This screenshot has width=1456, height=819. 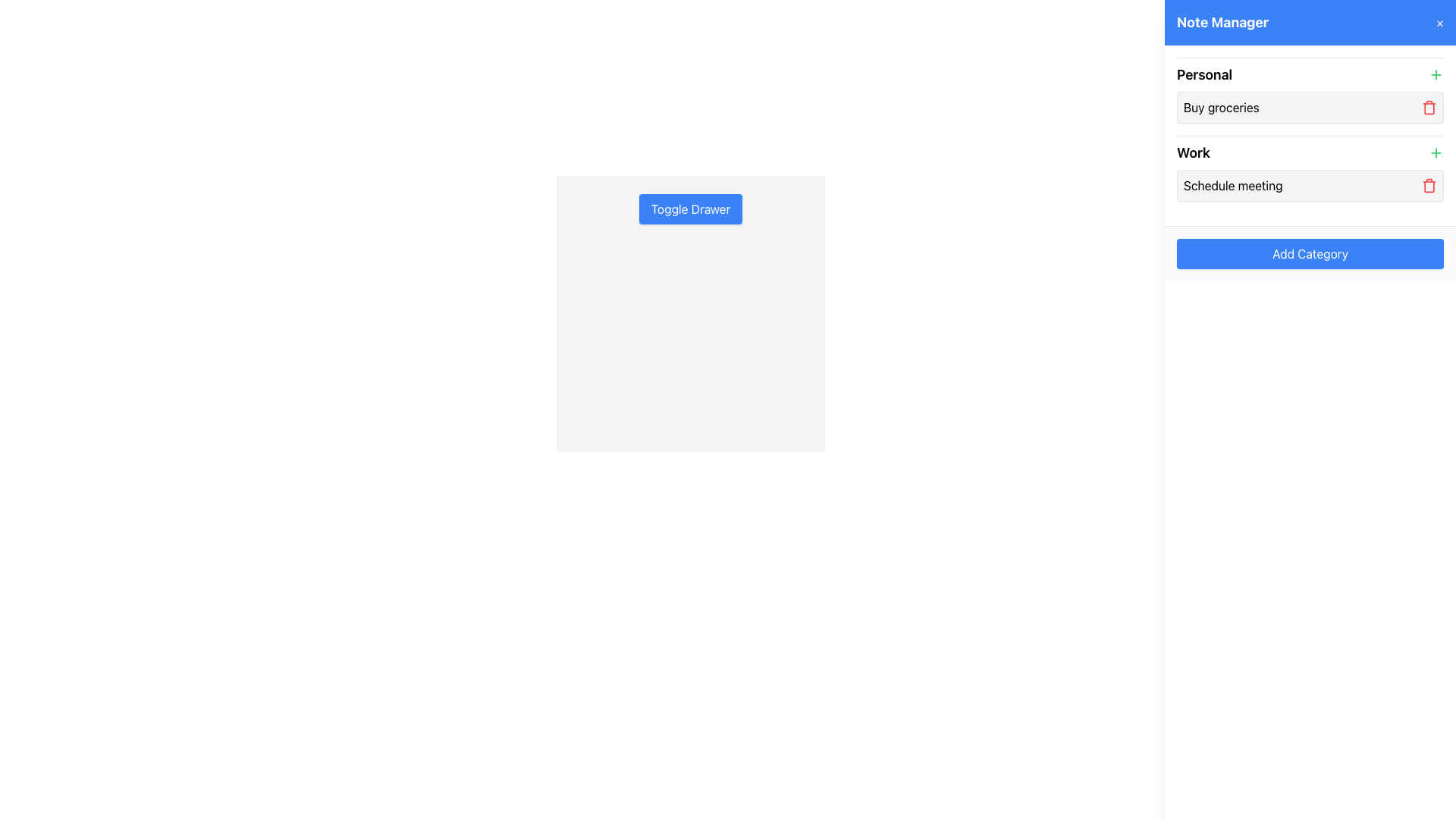 What do you see at coordinates (1429, 185) in the screenshot?
I see `the delete icon button located to the far right of the 'Schedule meeting' text` at bounding box center [1429, 185].